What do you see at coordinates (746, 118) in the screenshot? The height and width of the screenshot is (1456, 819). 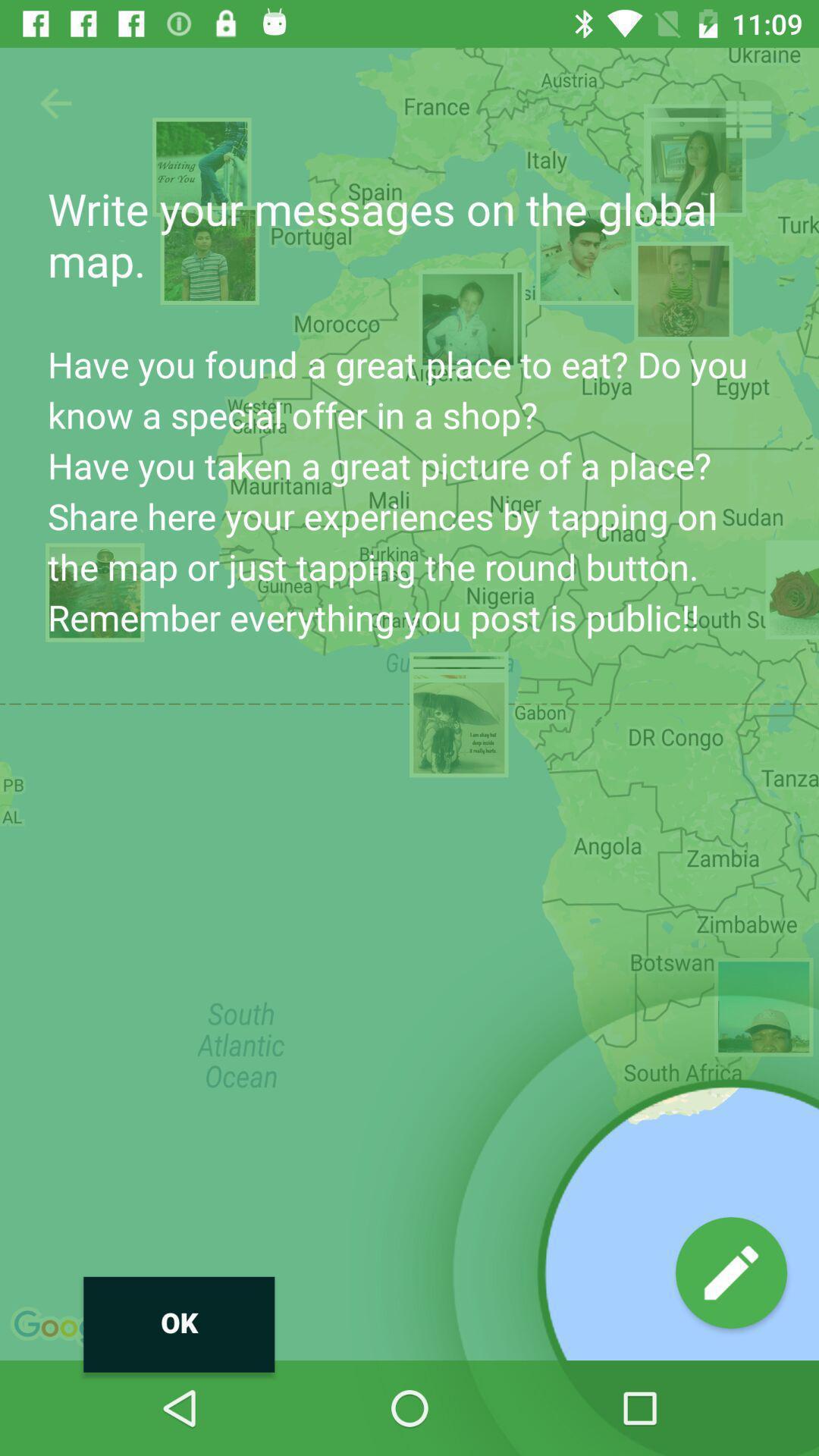 I see `display menu` at bounding box center [746, 118].